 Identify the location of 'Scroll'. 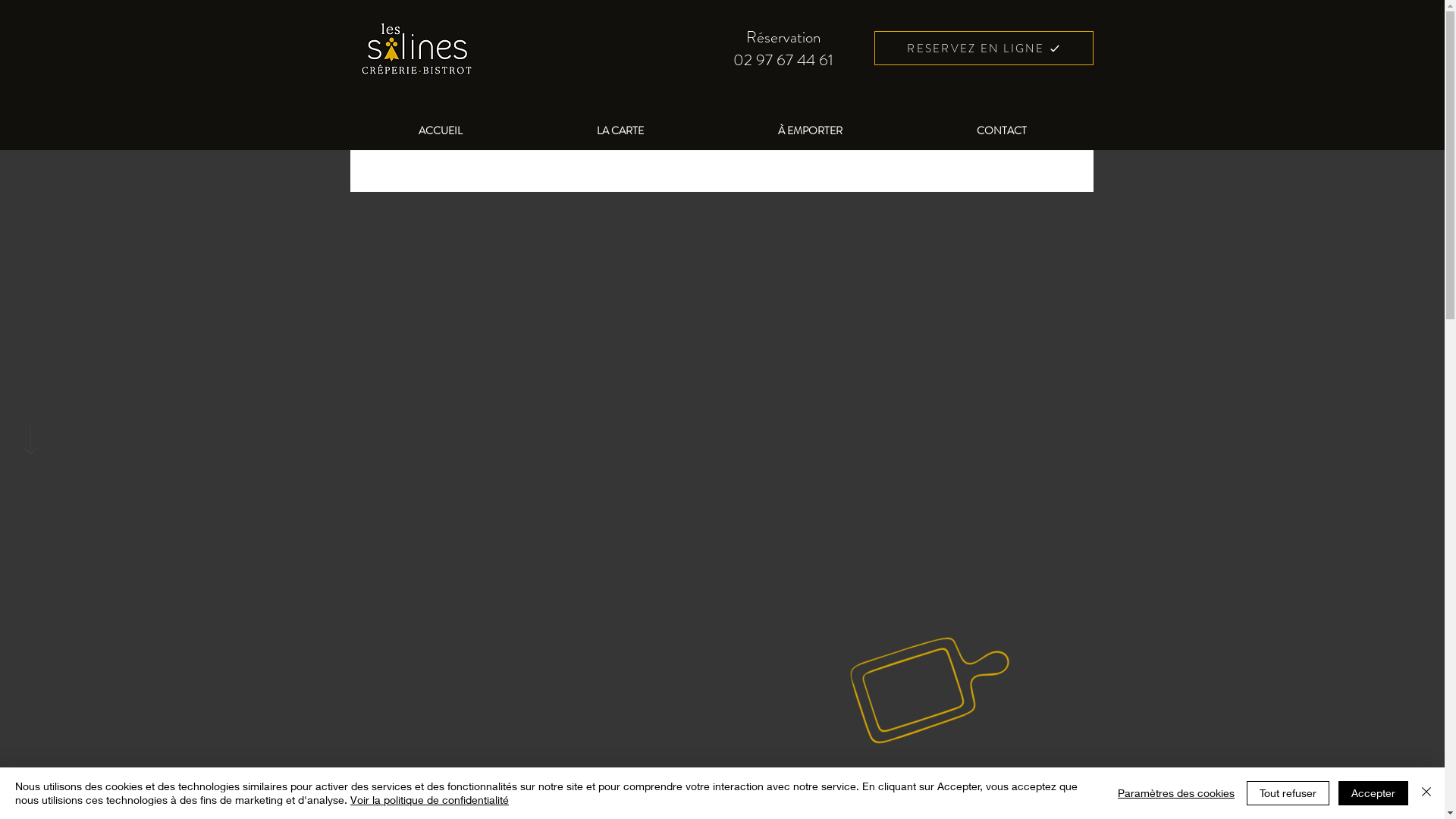
(30, 409).